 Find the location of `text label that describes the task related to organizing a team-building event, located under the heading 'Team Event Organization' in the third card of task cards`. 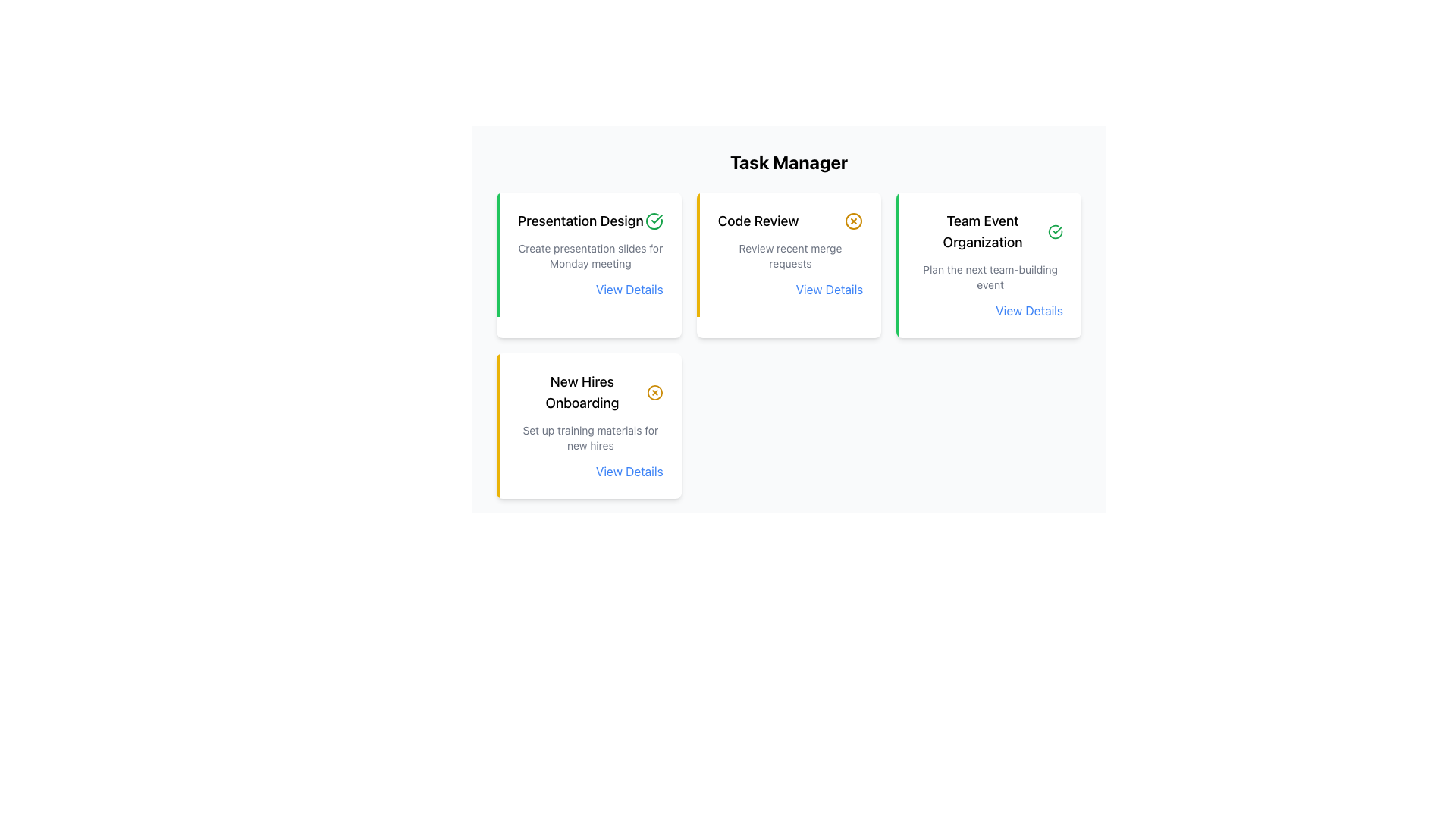

text label that describes the task related to organizing a team-building event, located under the heading 'Team Event Organization' in the third card of task cards is located at coordinates (990, 278).